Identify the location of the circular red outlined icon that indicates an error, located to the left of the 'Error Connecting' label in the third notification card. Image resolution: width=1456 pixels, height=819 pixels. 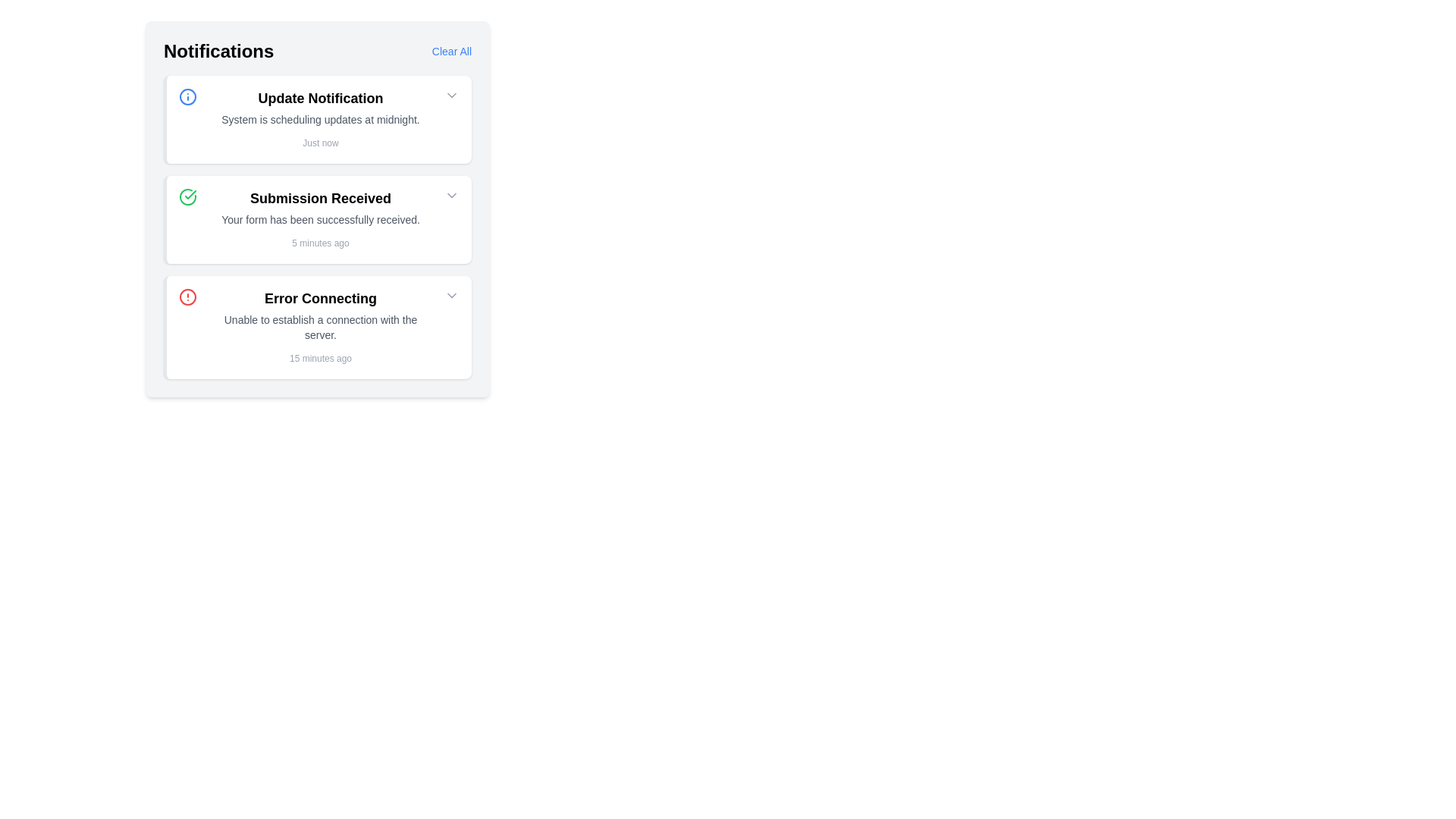
(187, 297).